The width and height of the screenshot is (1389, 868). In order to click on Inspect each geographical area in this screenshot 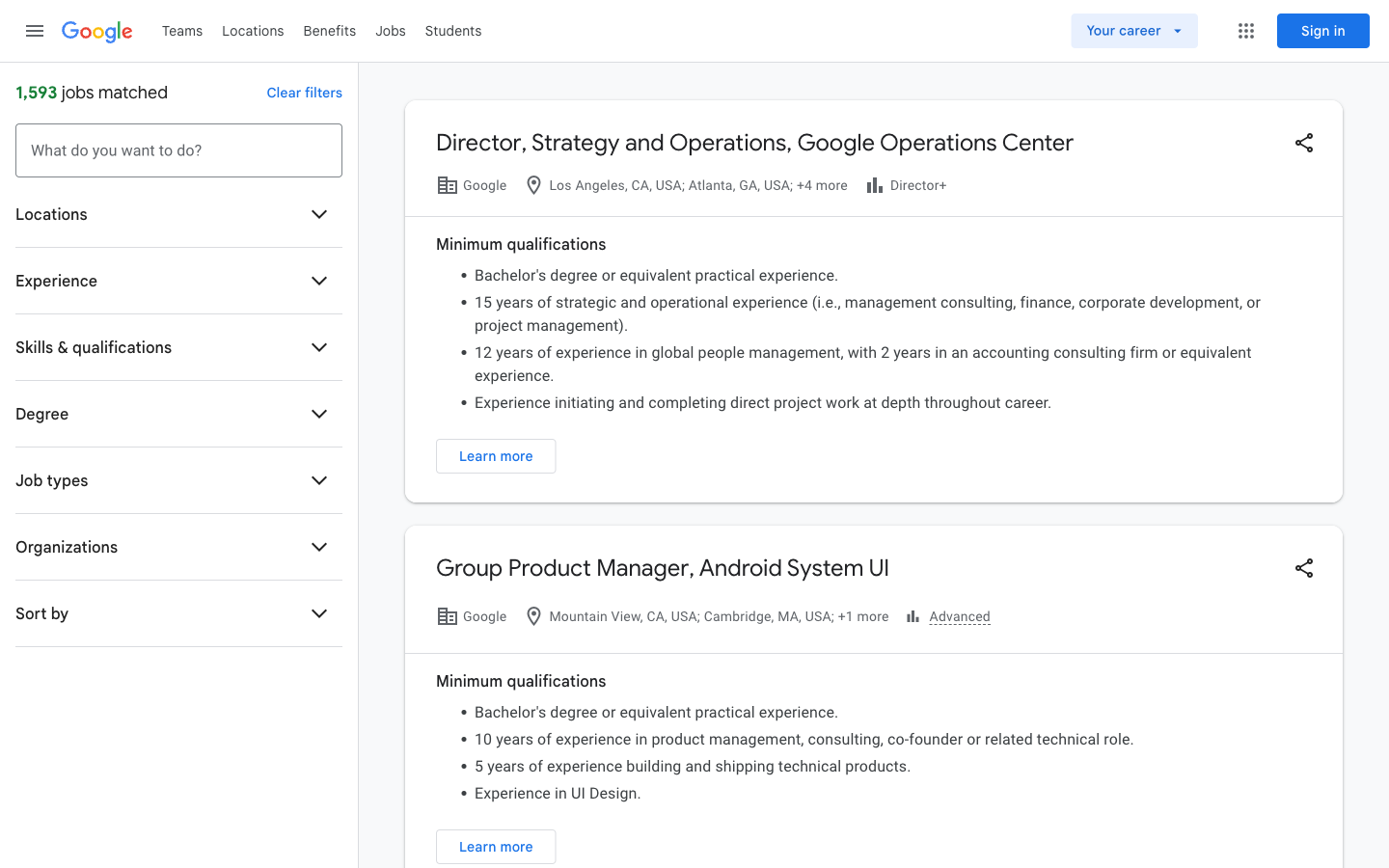, I will do `click(252, 29)`.